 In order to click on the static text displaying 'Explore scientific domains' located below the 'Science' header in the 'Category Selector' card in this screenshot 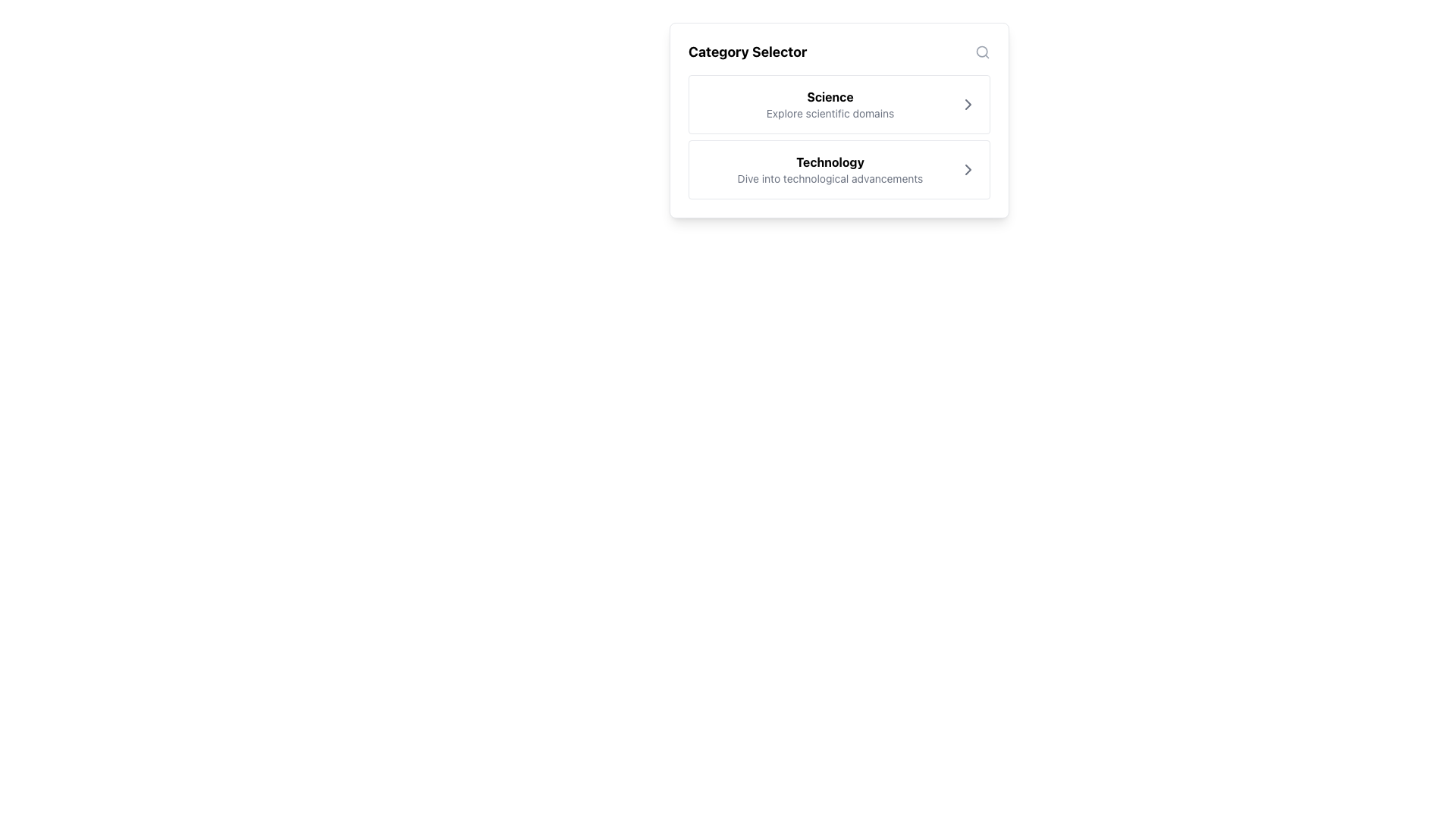, I will do `click(829, 113)`.